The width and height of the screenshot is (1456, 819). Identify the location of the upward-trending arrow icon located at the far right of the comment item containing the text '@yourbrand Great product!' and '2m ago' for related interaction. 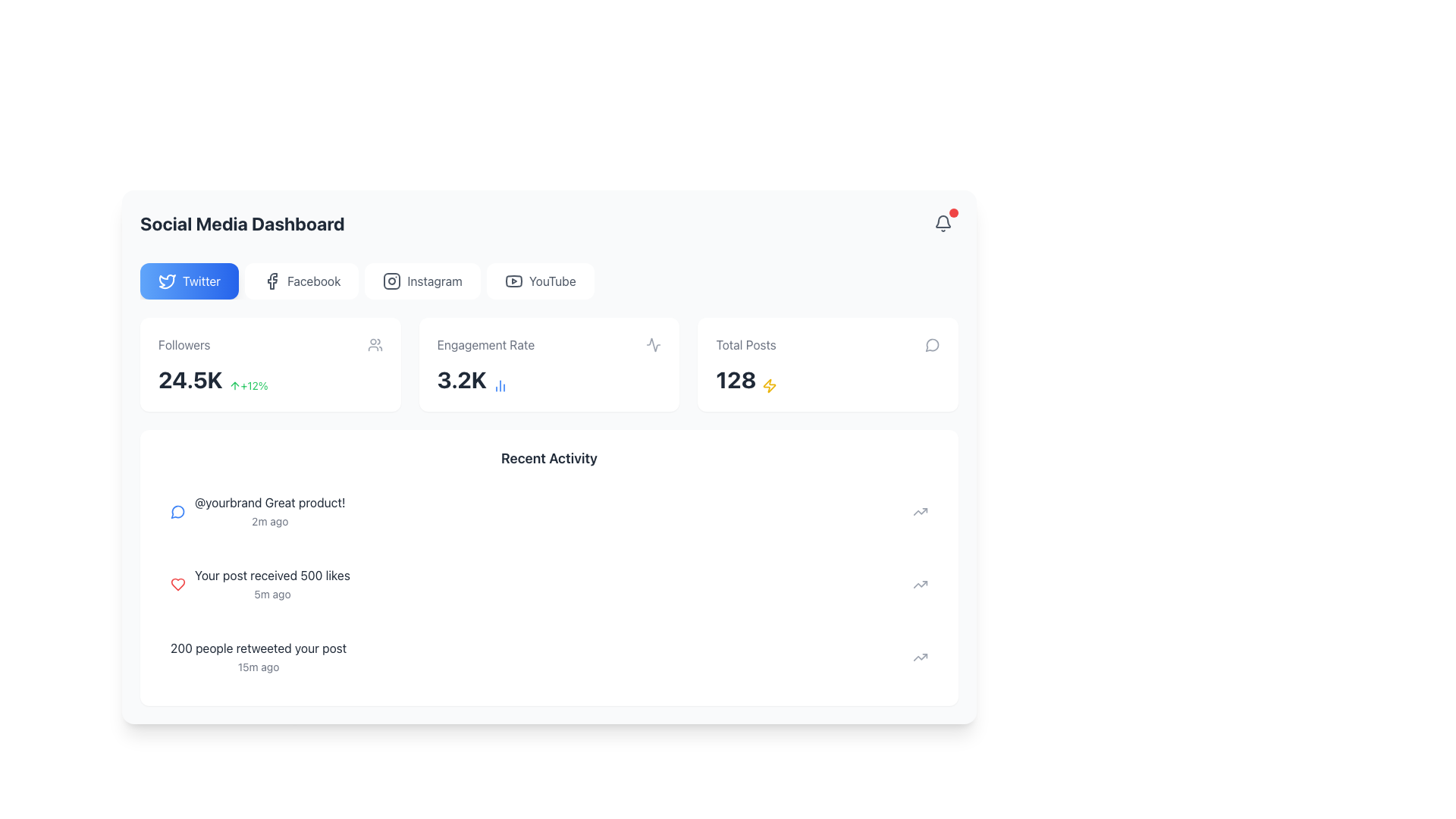
(920, 512).